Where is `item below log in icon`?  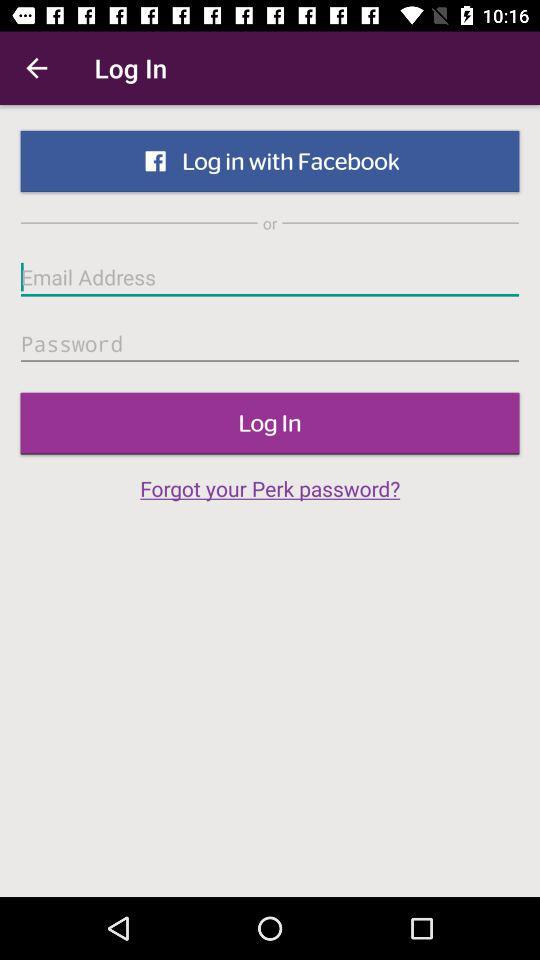
item below log in icon is located at coordinates (270, 487).